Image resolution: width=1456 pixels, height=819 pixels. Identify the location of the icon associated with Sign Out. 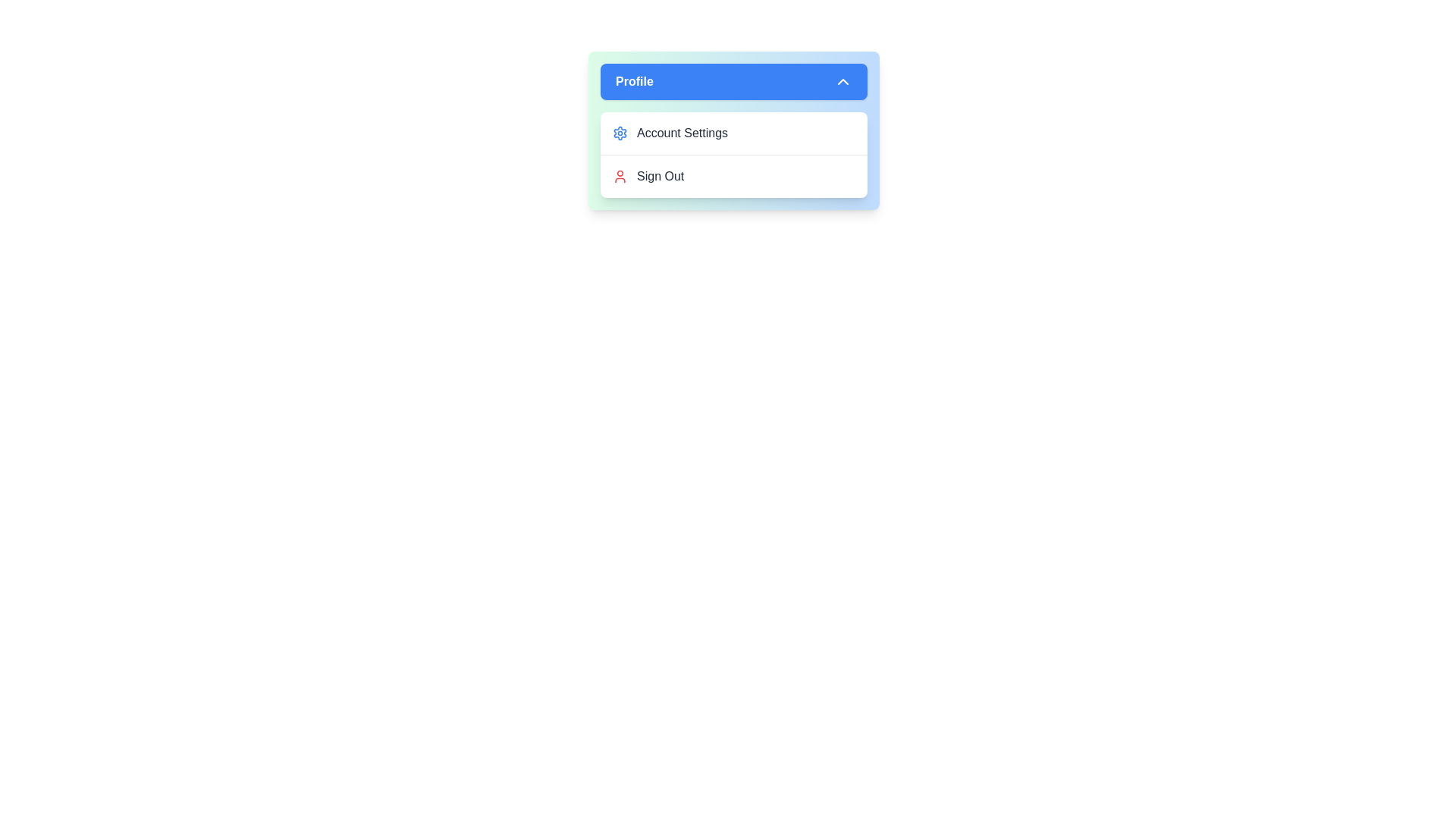
(620, 175).